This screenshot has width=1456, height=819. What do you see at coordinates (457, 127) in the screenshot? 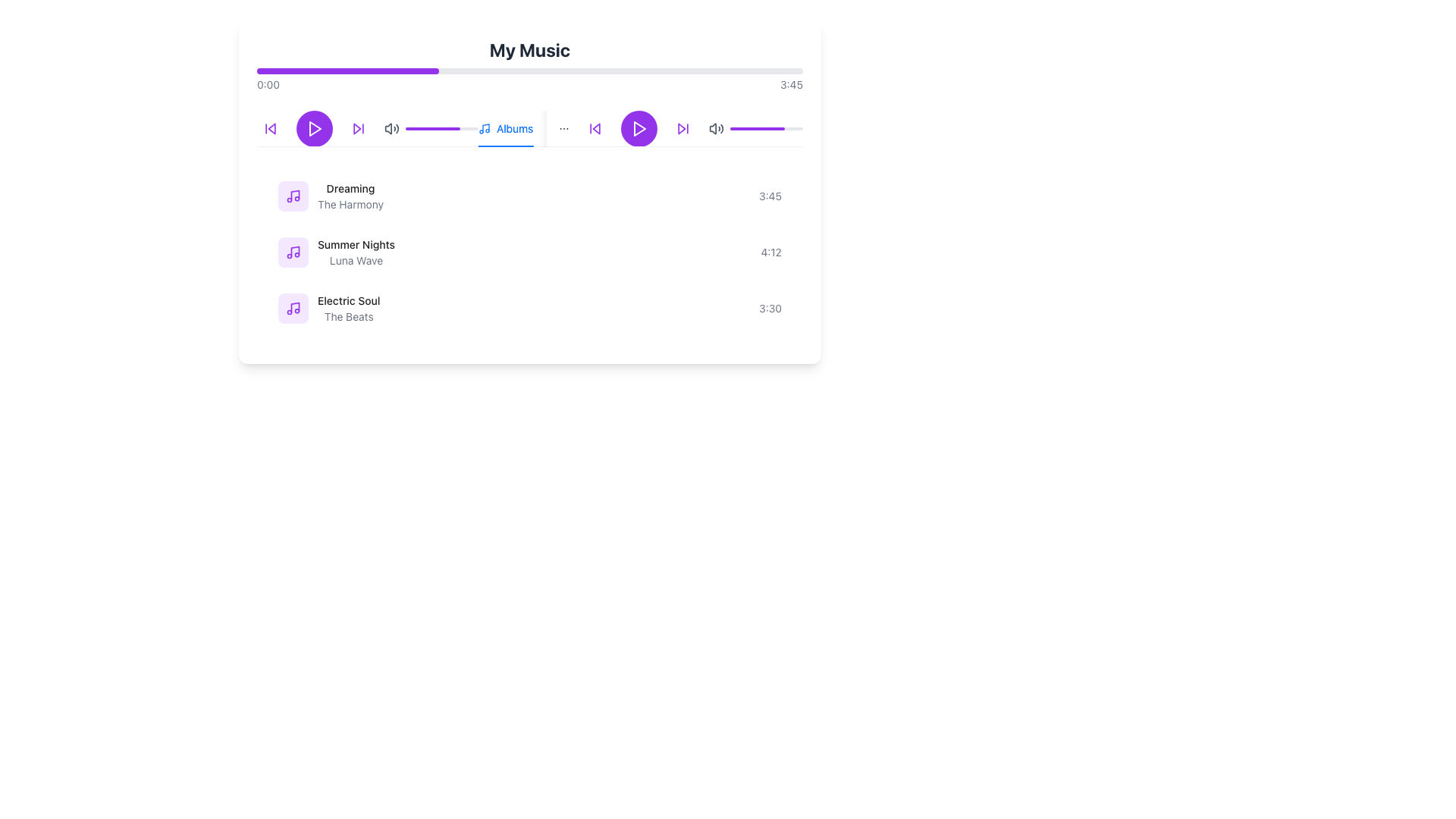
I see `playback position` at bounding box center [457, 127].